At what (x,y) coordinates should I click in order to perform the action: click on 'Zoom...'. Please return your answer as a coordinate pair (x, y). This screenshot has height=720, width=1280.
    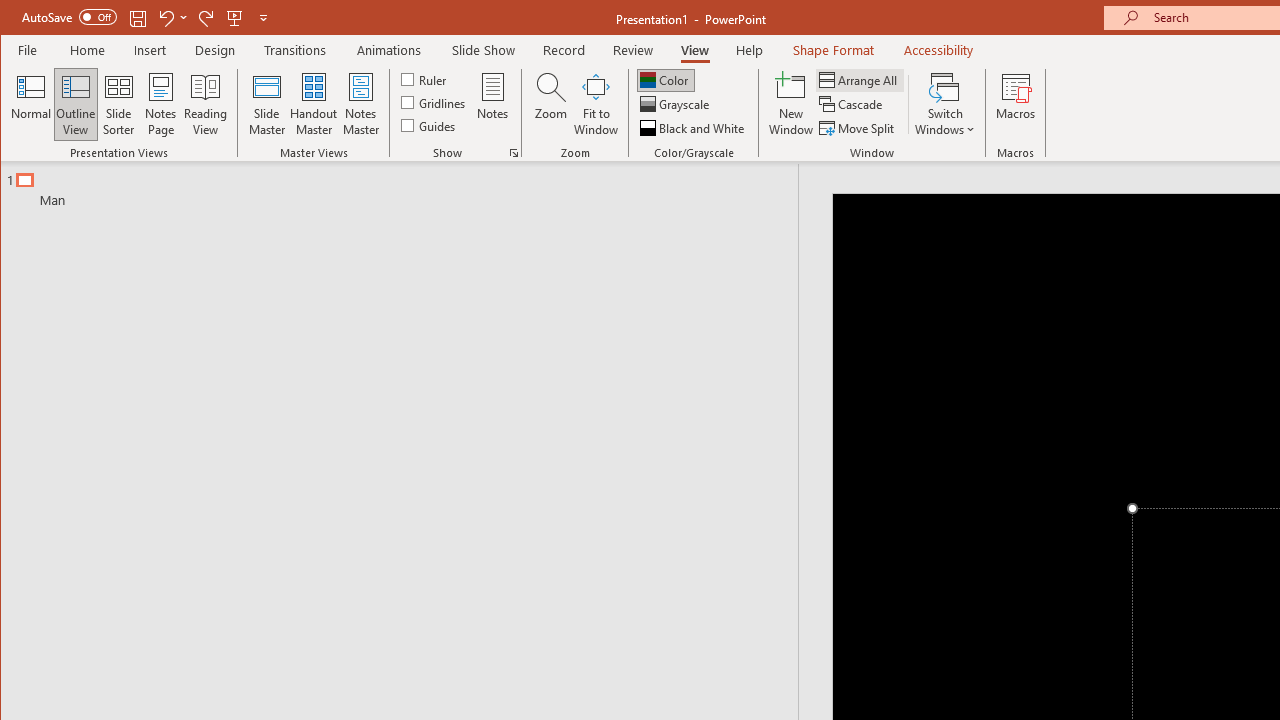
    Looking at the image, I should click on (551, 104).